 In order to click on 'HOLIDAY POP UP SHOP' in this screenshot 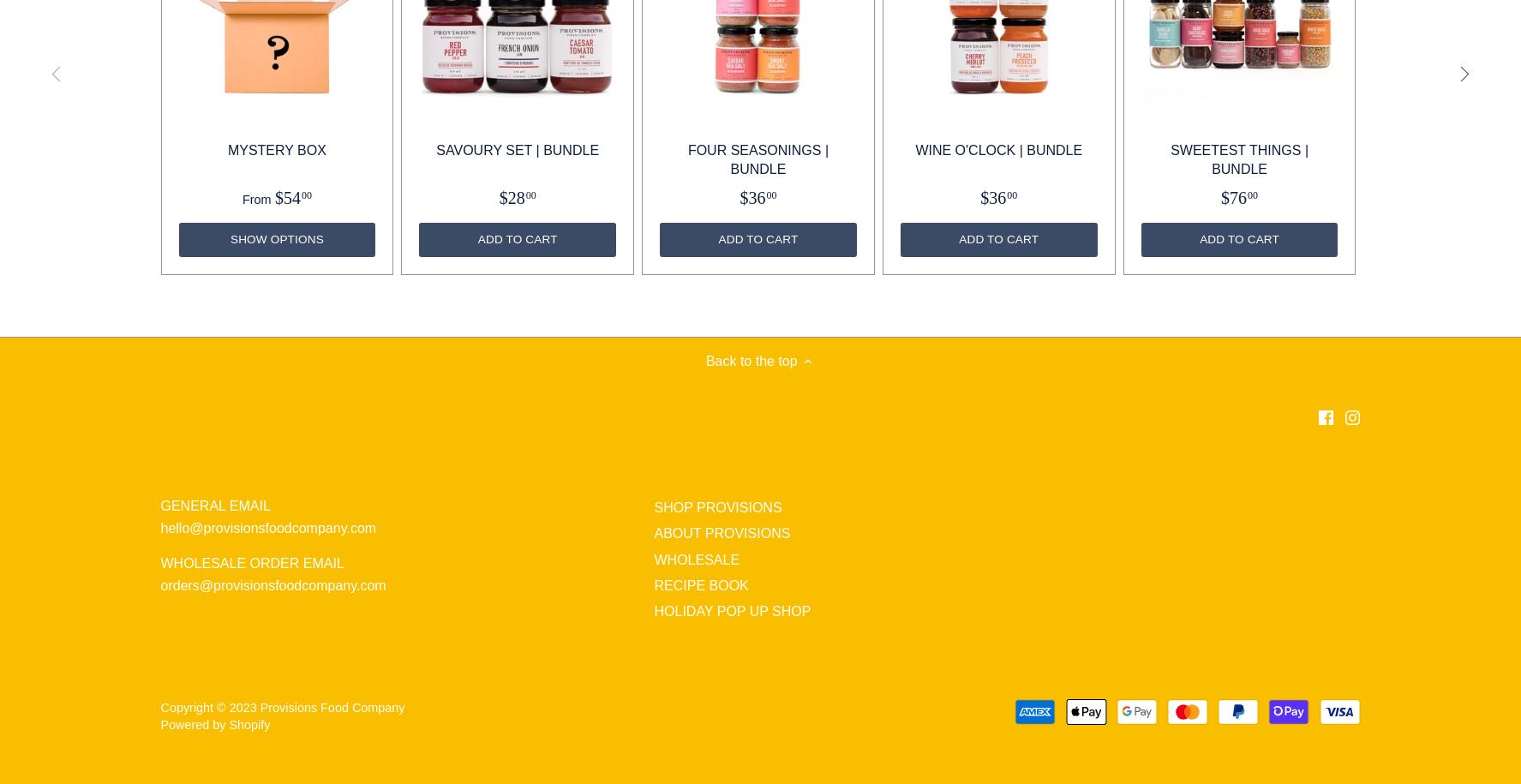, I will do `click(654, 611)`.